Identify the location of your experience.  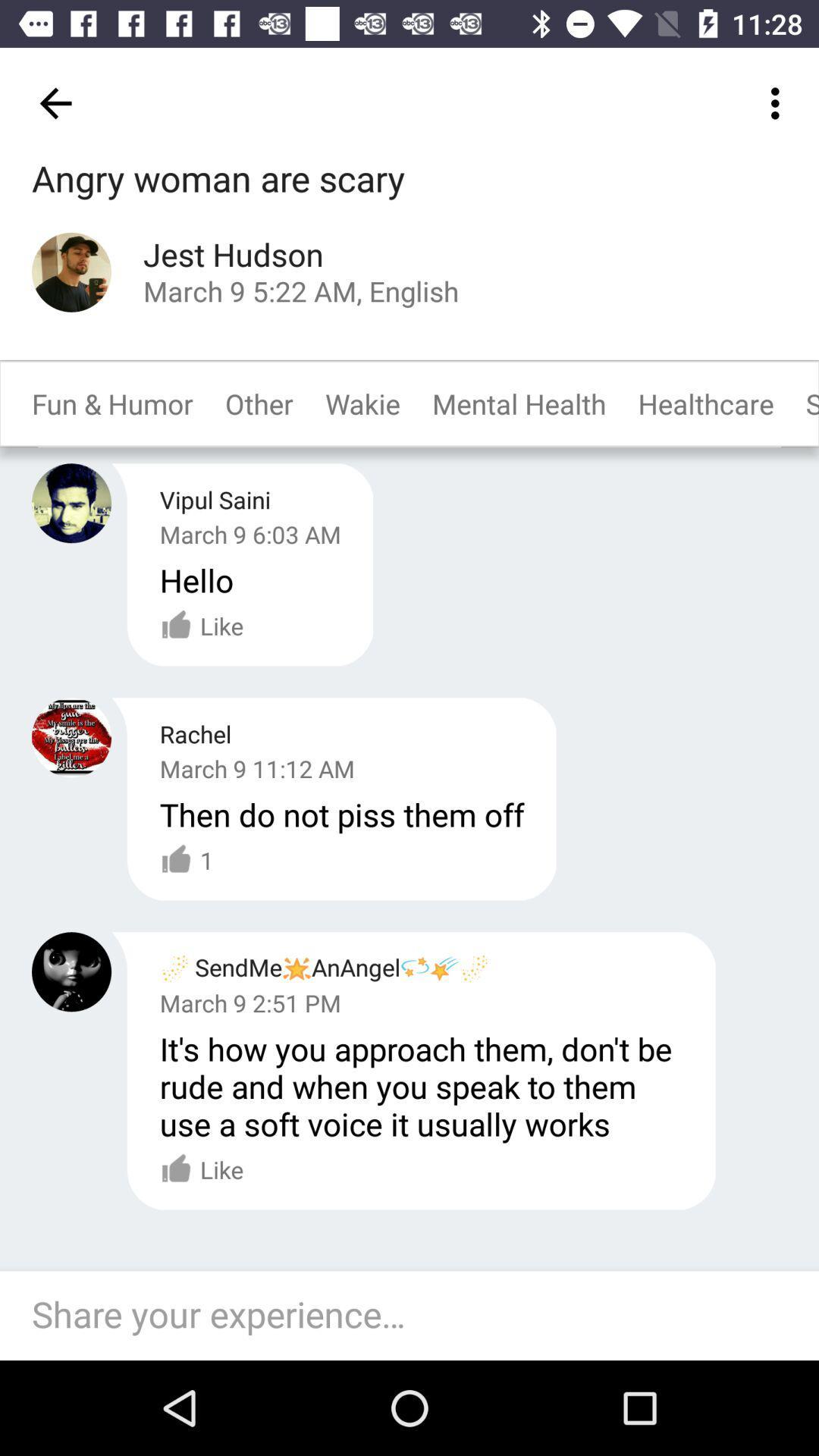
(417, 1315).